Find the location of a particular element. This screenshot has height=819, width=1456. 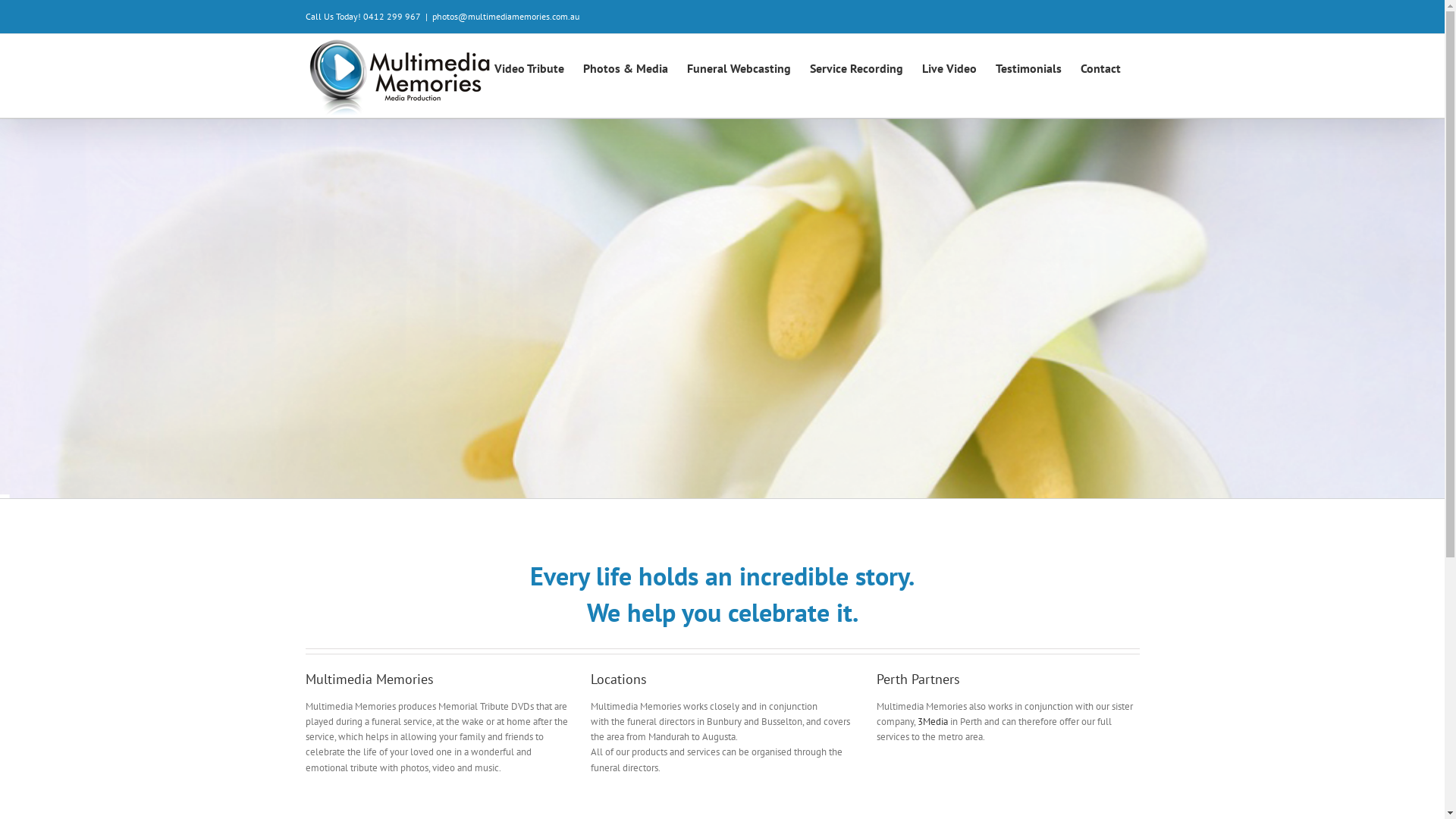

'Photos & Media' is located at coordinates (625, 66).